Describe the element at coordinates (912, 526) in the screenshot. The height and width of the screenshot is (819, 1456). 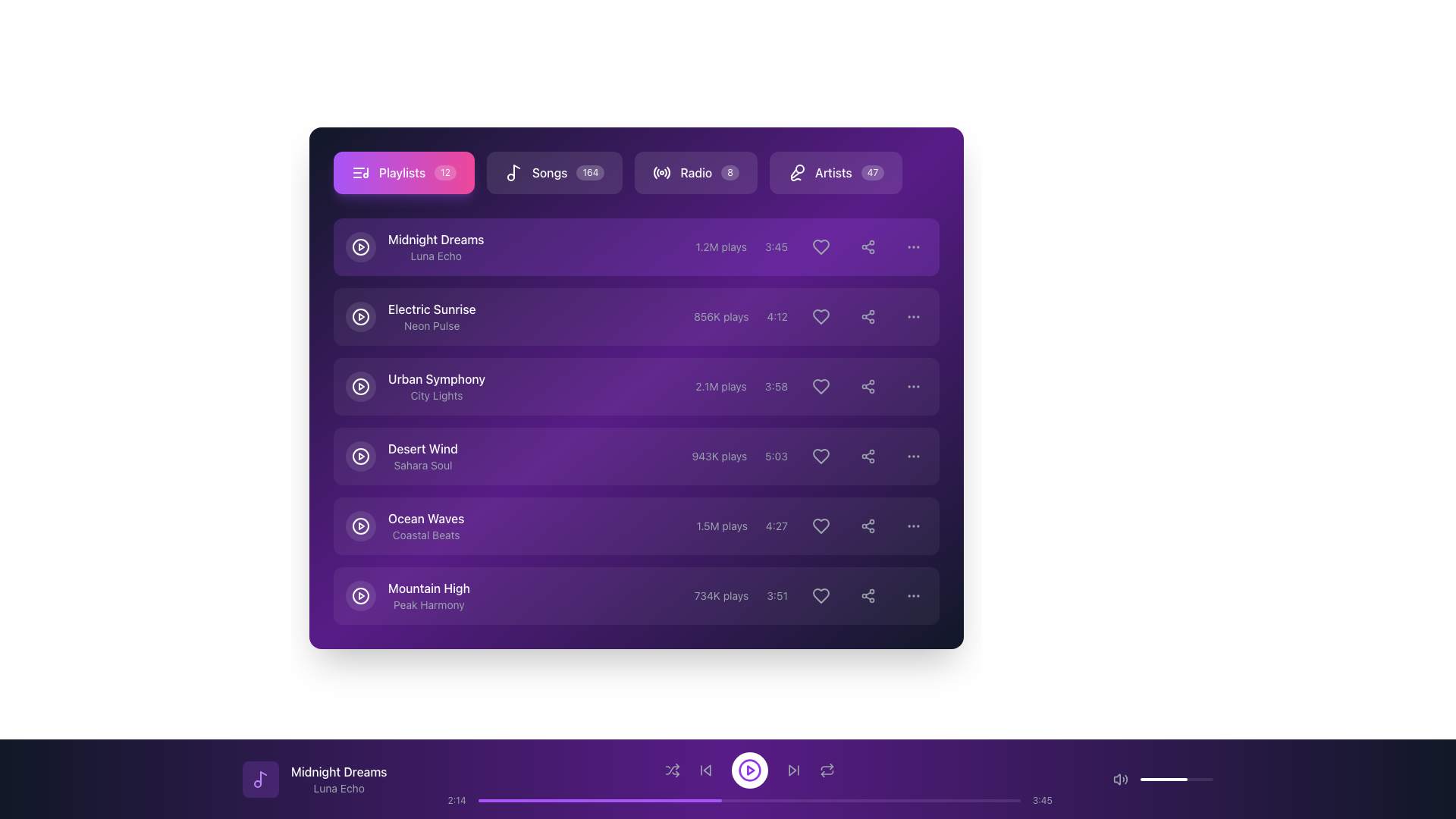
I see `the horizontal ellipsis icon consisting of three evenly spaced dots located at the rightmost side of the list entry for the song 'Ocean Waves' by 'Coastal Beats'` at that location.